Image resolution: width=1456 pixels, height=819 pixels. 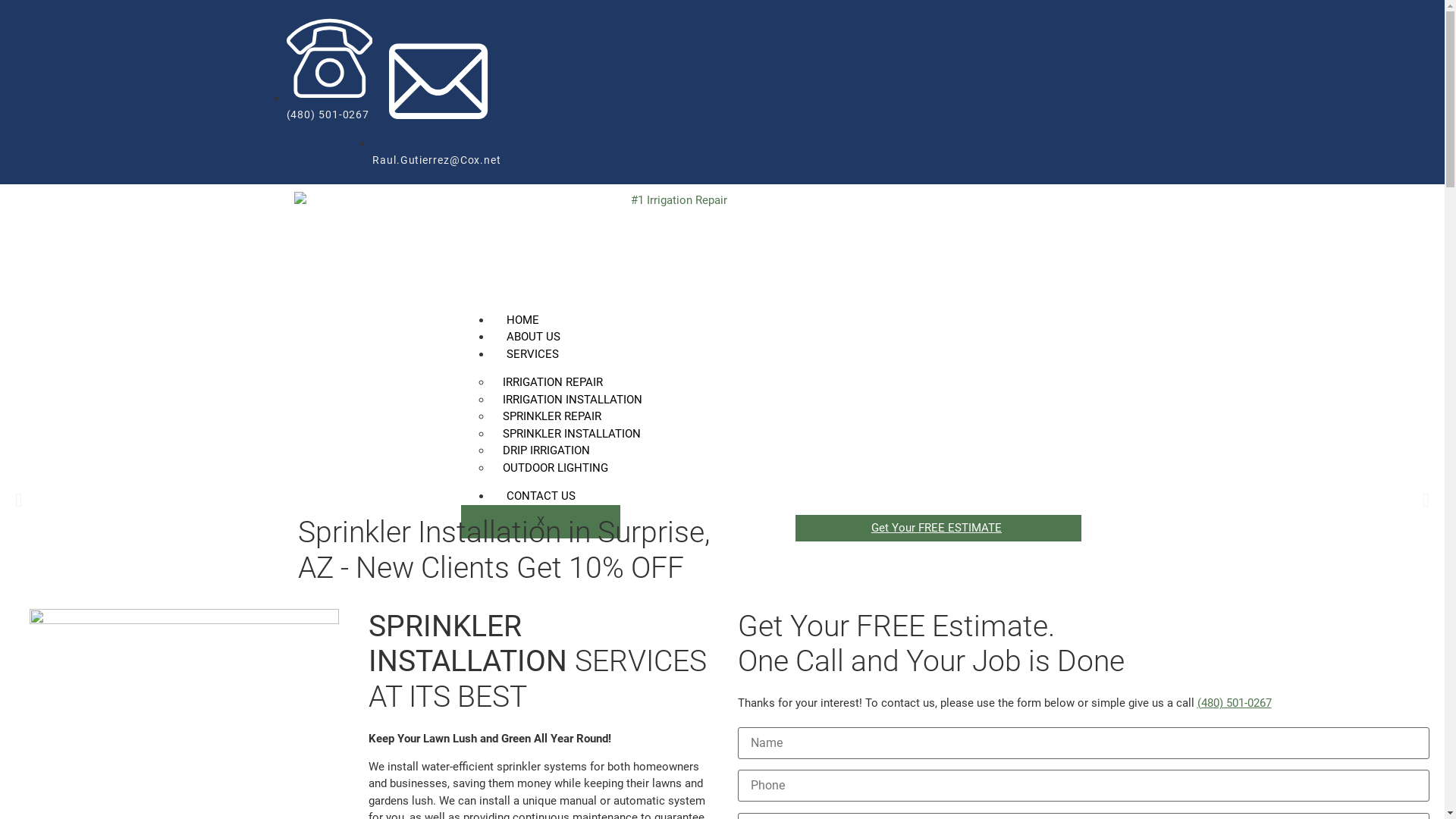 I want to click on 'ABOUT US', so click(x=533, y=335).